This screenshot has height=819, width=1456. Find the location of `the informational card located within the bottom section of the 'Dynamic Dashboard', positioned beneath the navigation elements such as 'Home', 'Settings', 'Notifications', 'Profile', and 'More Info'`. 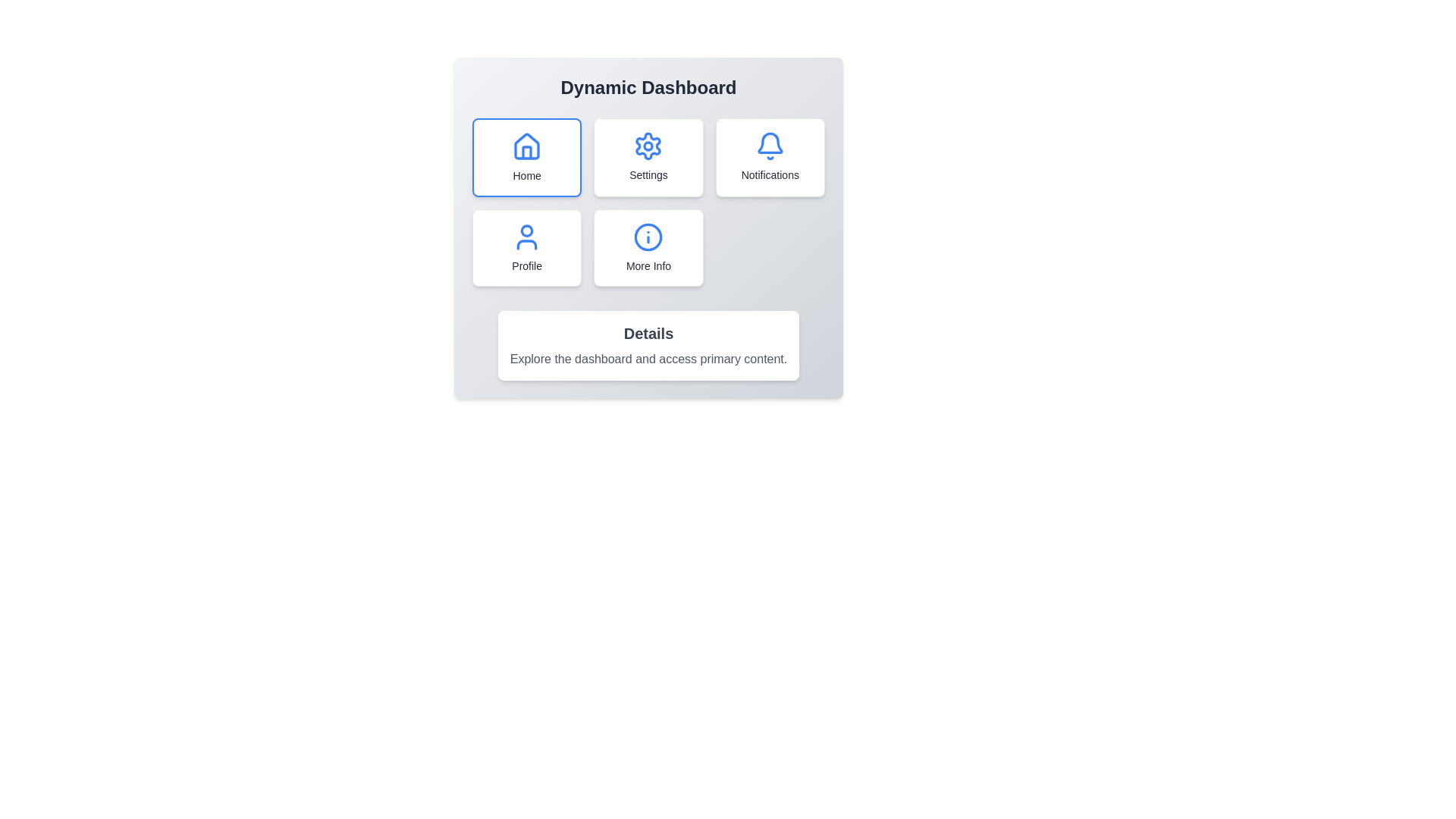

the informational card located within the bottom section of the 'Dynamic Dashboard', positioned beneath the navigation elements such as 'Home', 'Settings', 'Notifications', 'Profile', and 'More Info' is located at coordinates (648, 345).